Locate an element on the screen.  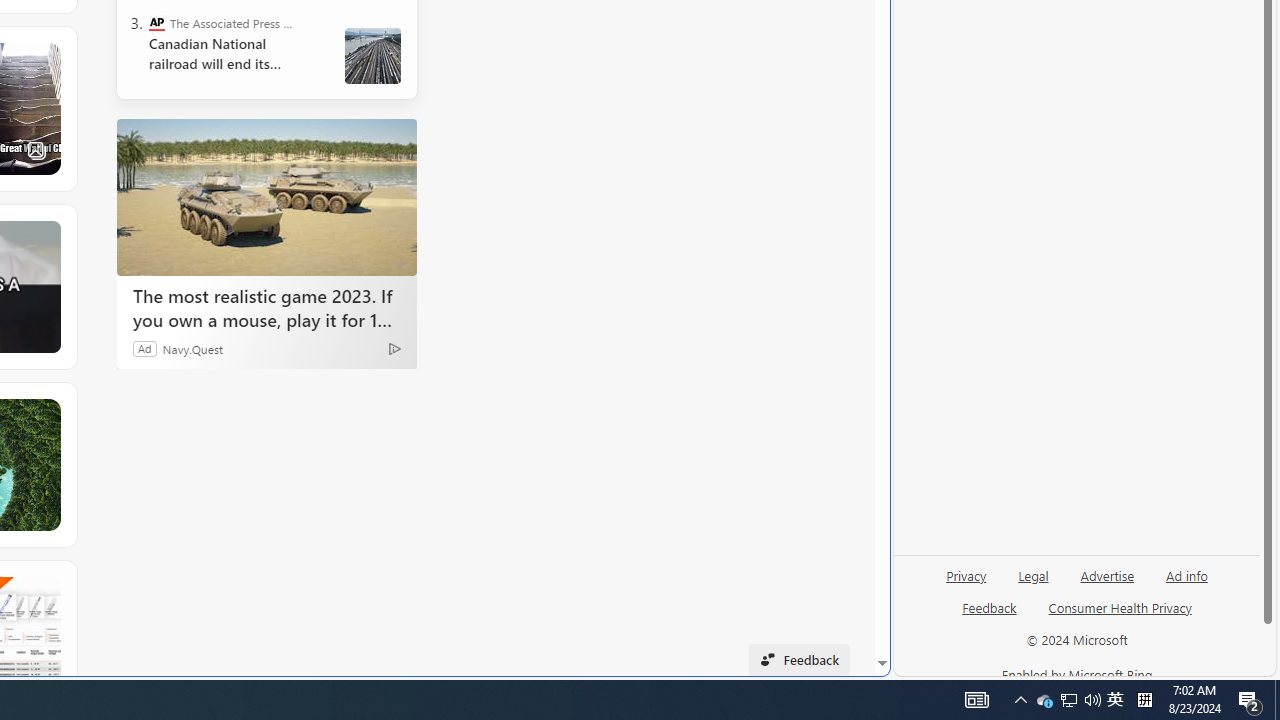
'Navy.Quest' is located at coordinates (193, 347).